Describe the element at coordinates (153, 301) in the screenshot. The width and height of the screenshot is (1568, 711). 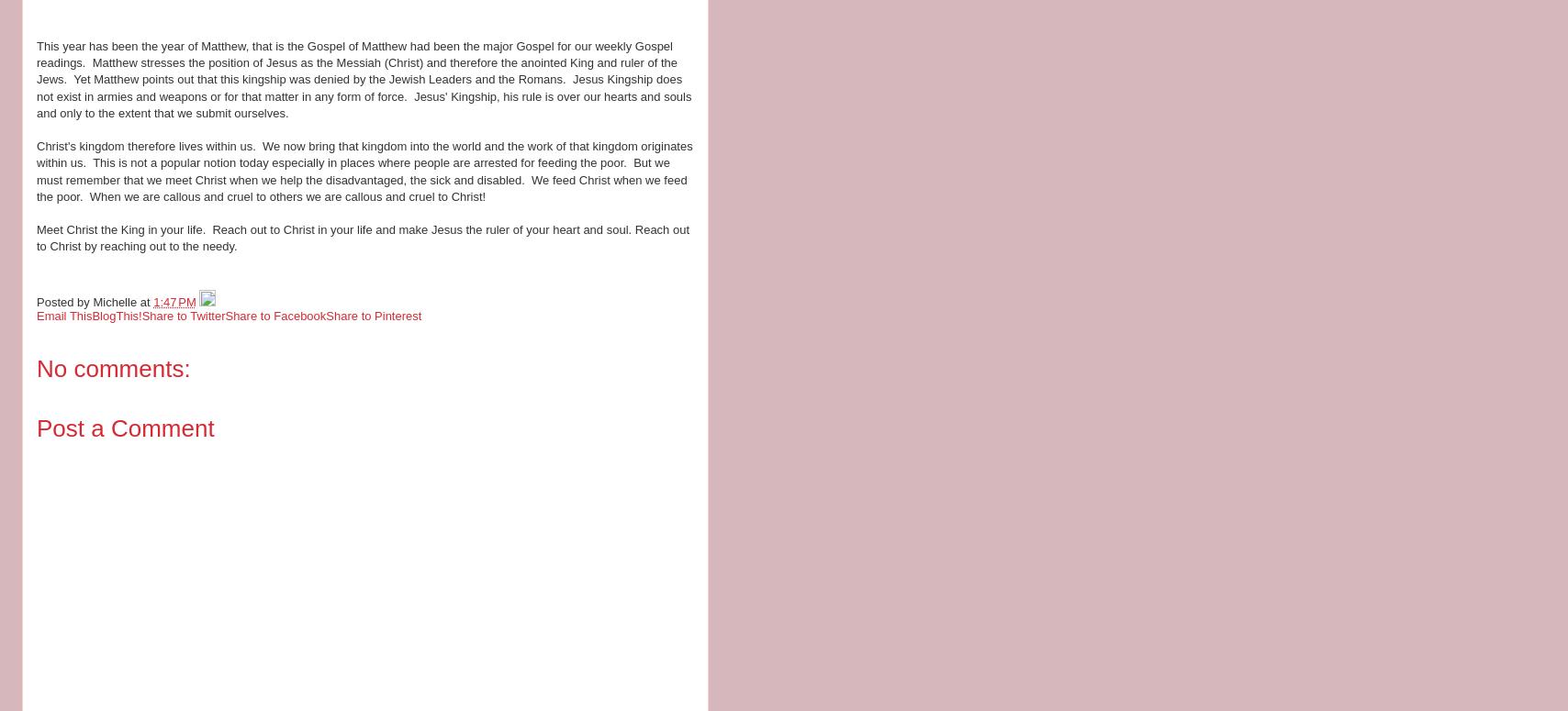
I see `'1:47 PM'` at that location.